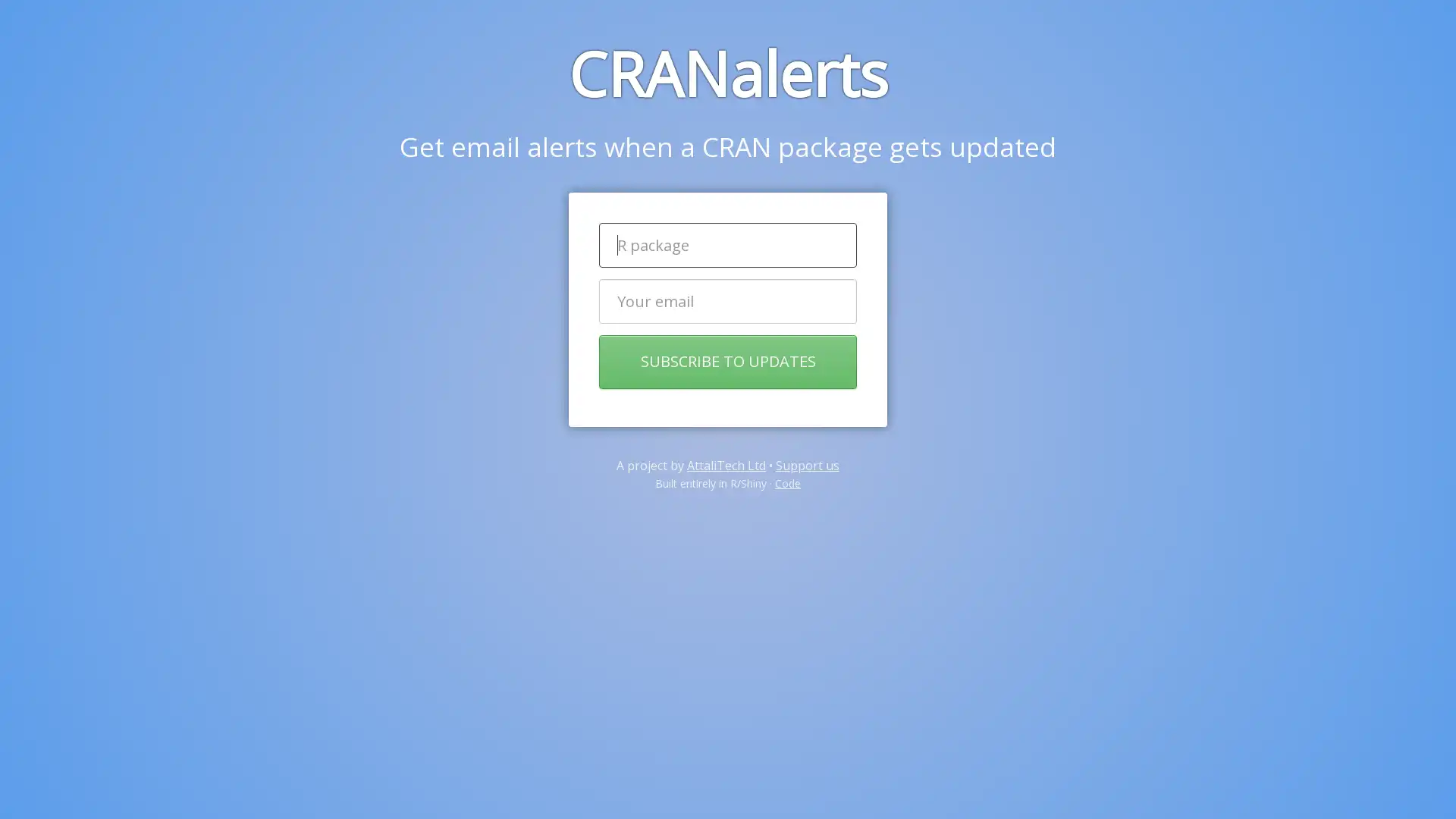  Describe the element at coordinates (728, 362) in the screenshot. I see `SUBSCRIBE TO UPDATES` at that location.